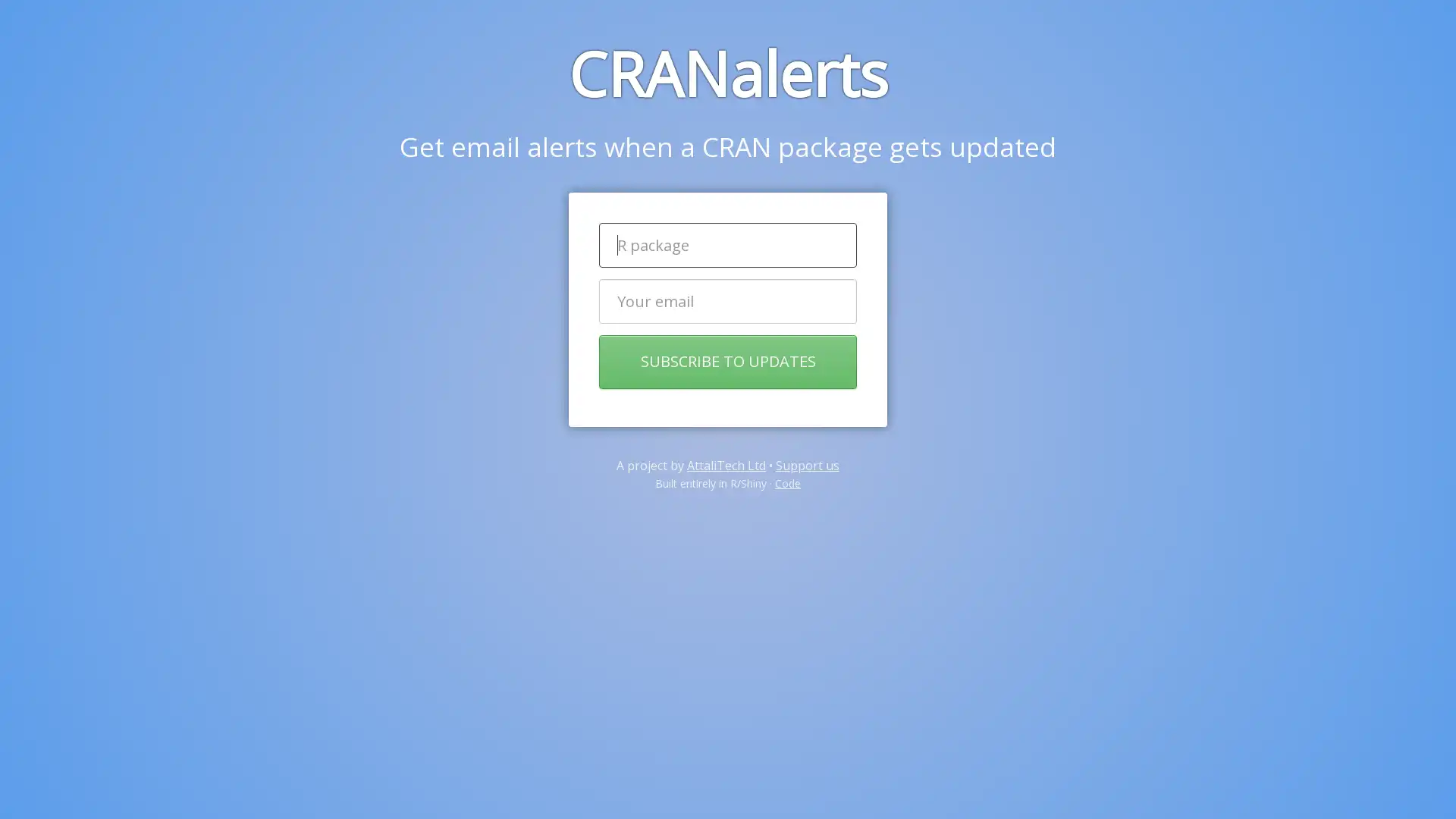  Describe the element at coordinates (728, 362) in the screenshot. I see `SUBSCRIBE TO UPDATES` at that location.